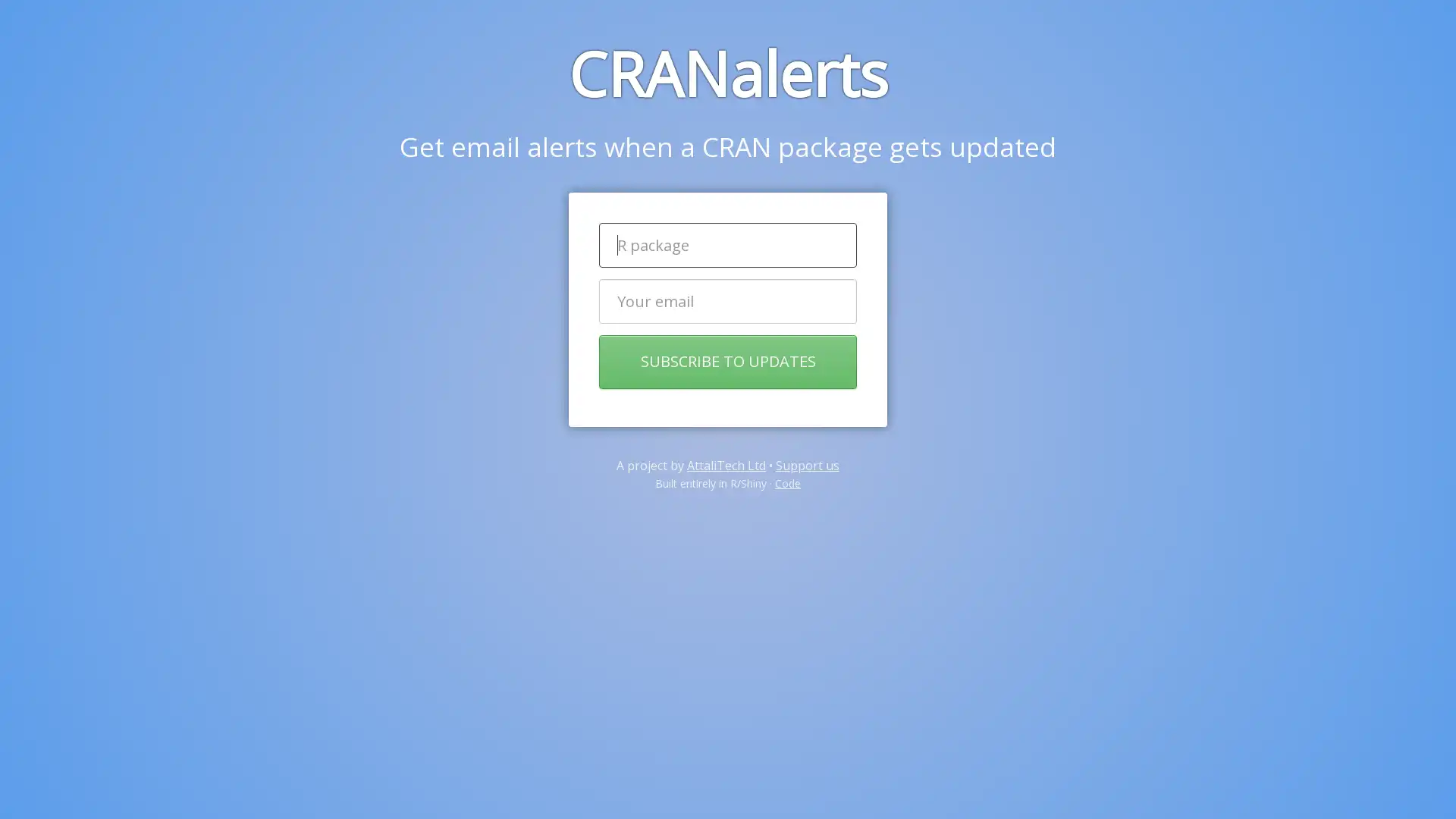  Describe the element at coordinates (728, 362) in the screenshot. I see `SUBSCRIBE TO UPDATES` at that location.